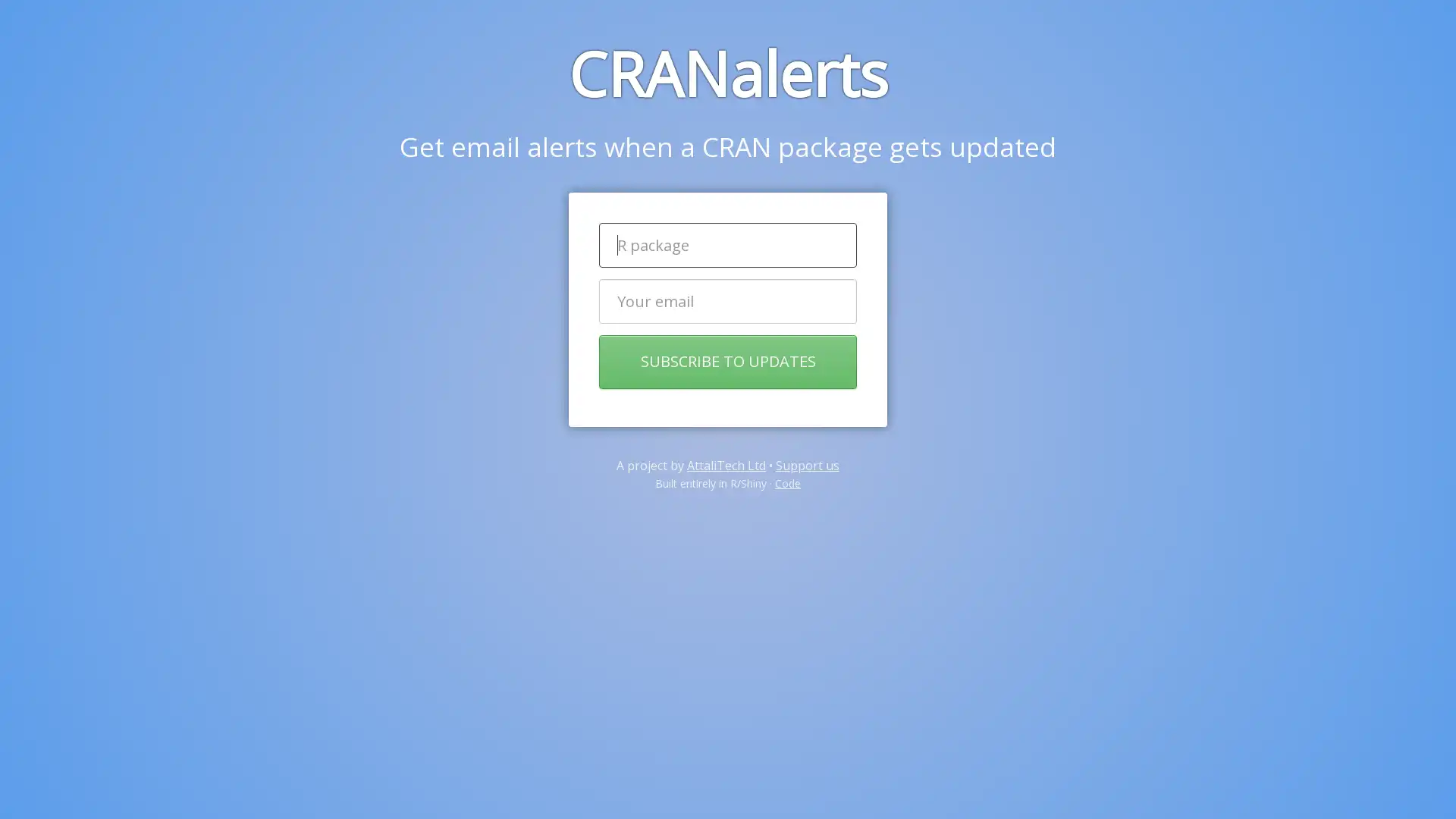  Describe the element at coordinates (728, 362) in the screenshot. I see `SUBSCRIBE TO UPDATES` at that location.